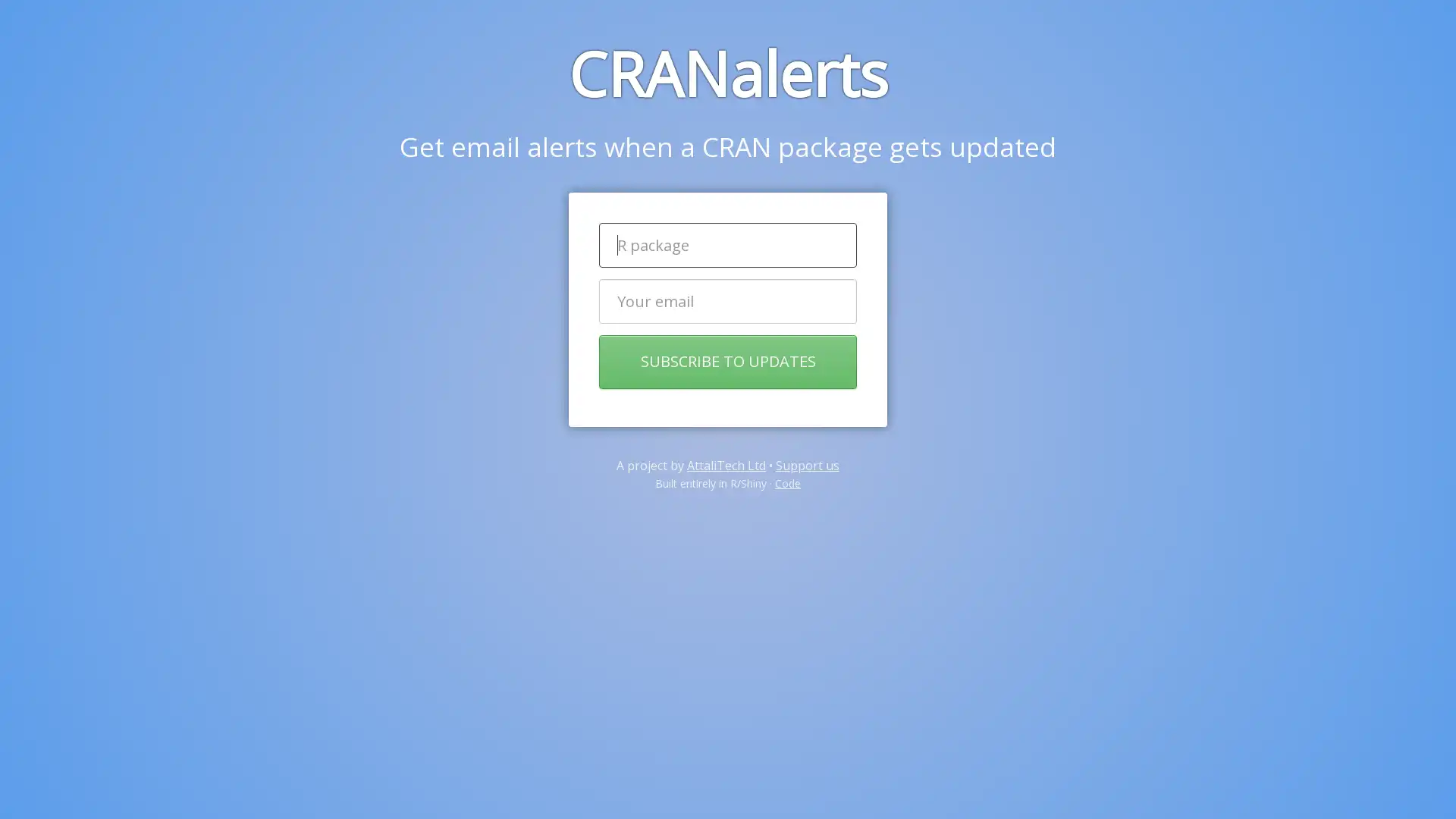  Describe the element at coordinates (728, 362) in the screenshot. I see `SUBSCRIBE TO UPDATES` at that location.